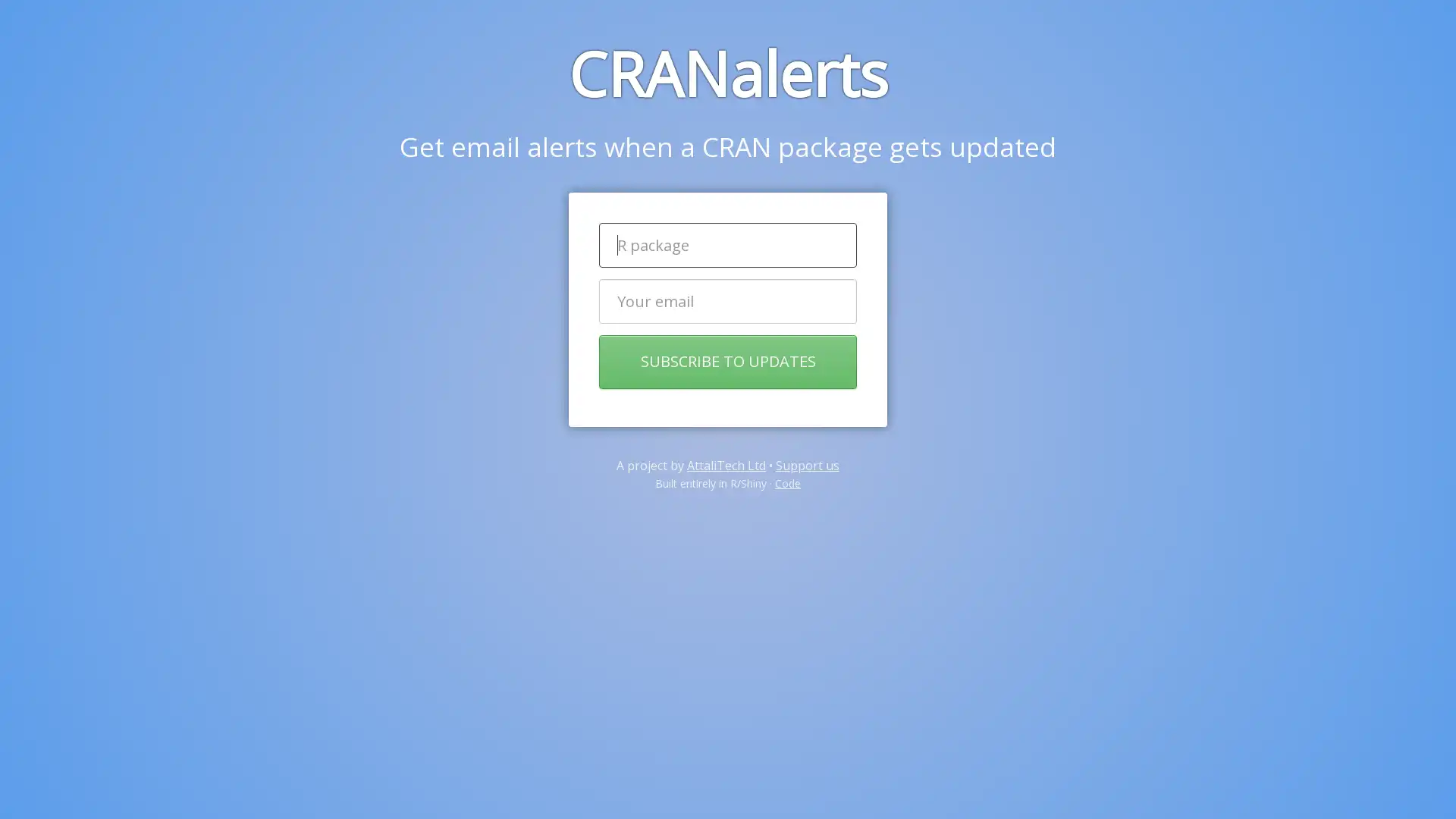  Describe the element at coordinates (728, 362) in the screenshot. I see `SUBSCRIBE TO UPDATES` at that location.